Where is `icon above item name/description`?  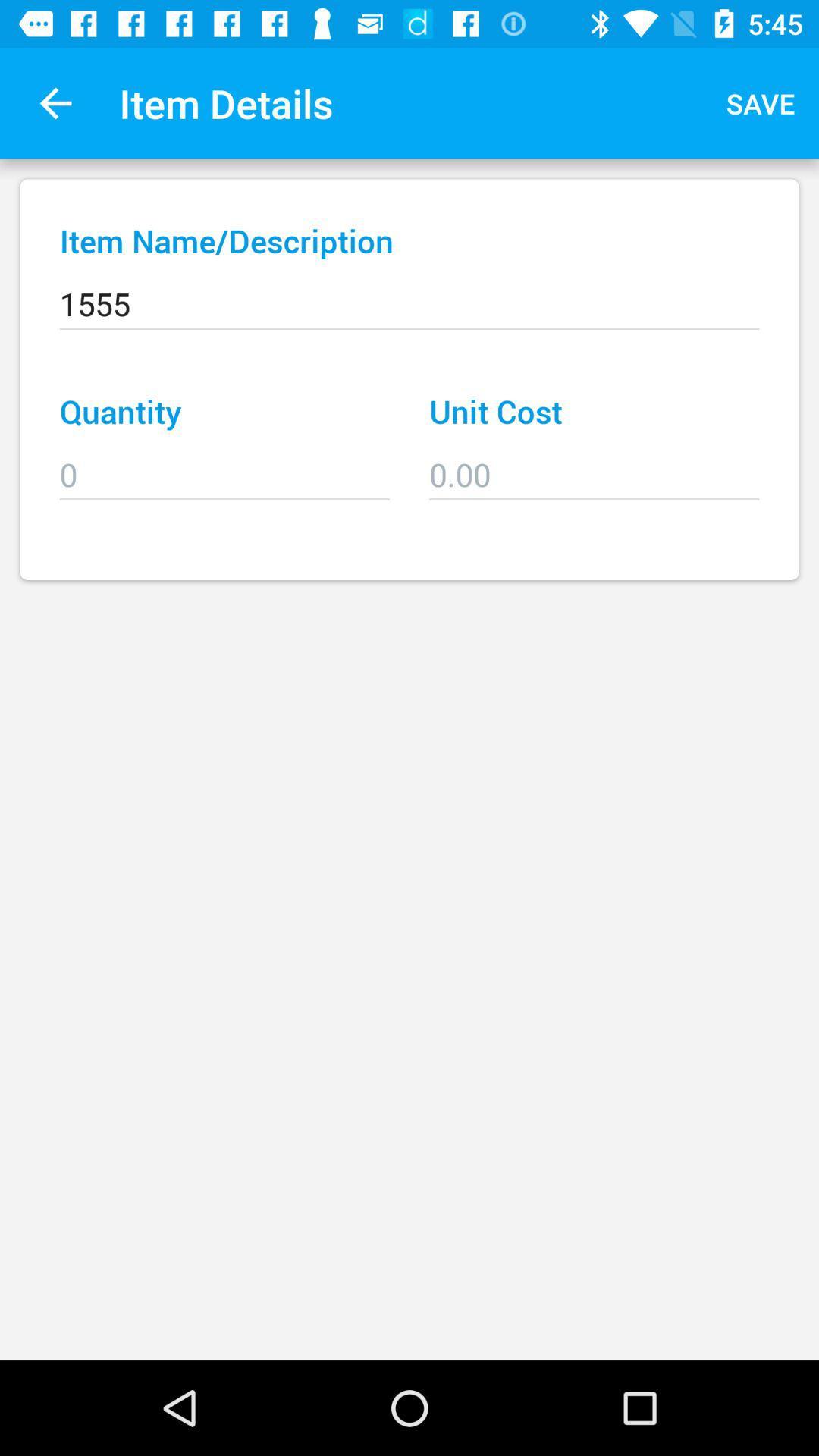
icon above item name/description is located at coordinates (761, 102).